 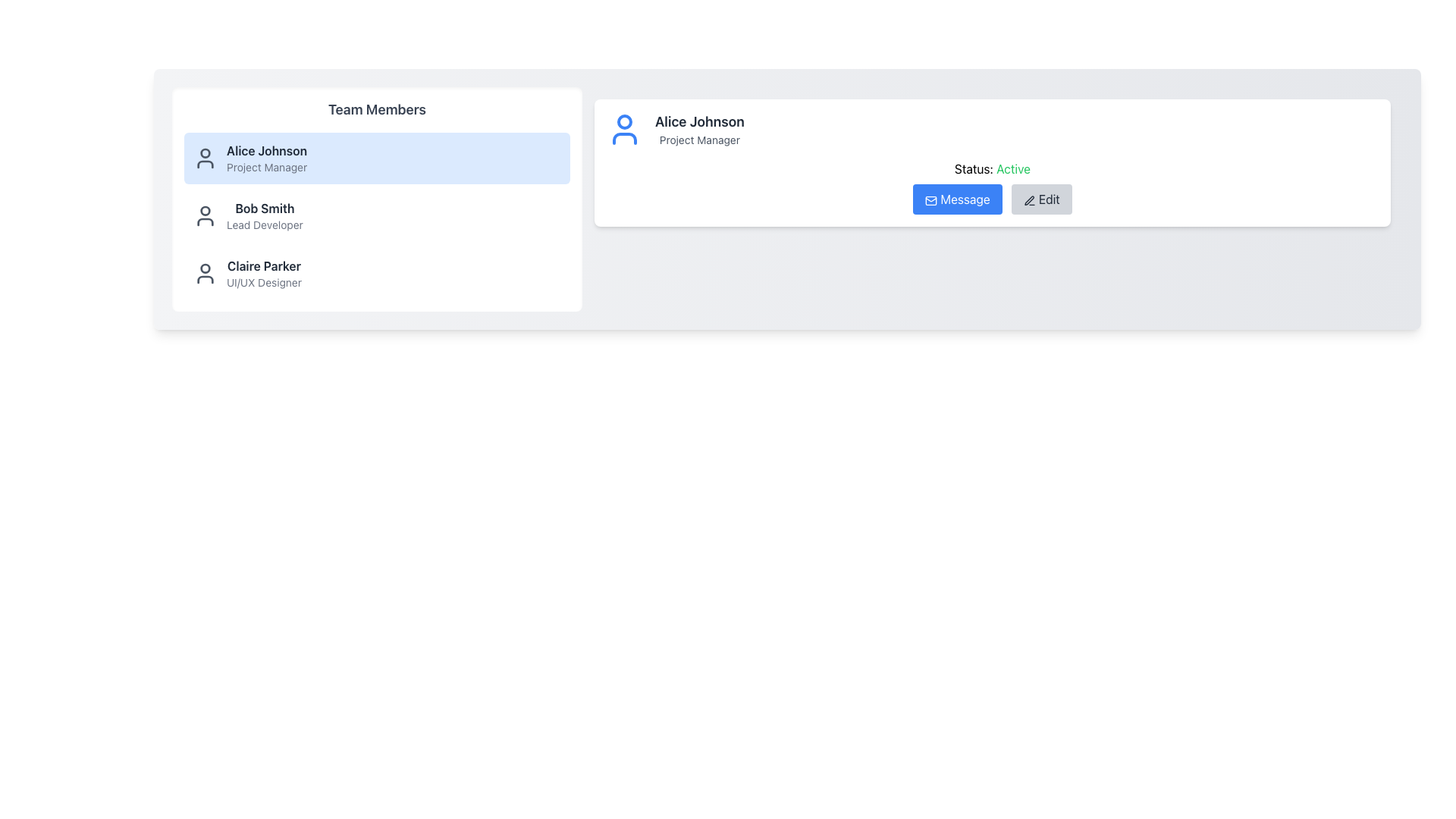 I want to click on the text label 'Alice Johnson' located in the left sidebar under the 'Team Members' section, so click(x=266, y=151).